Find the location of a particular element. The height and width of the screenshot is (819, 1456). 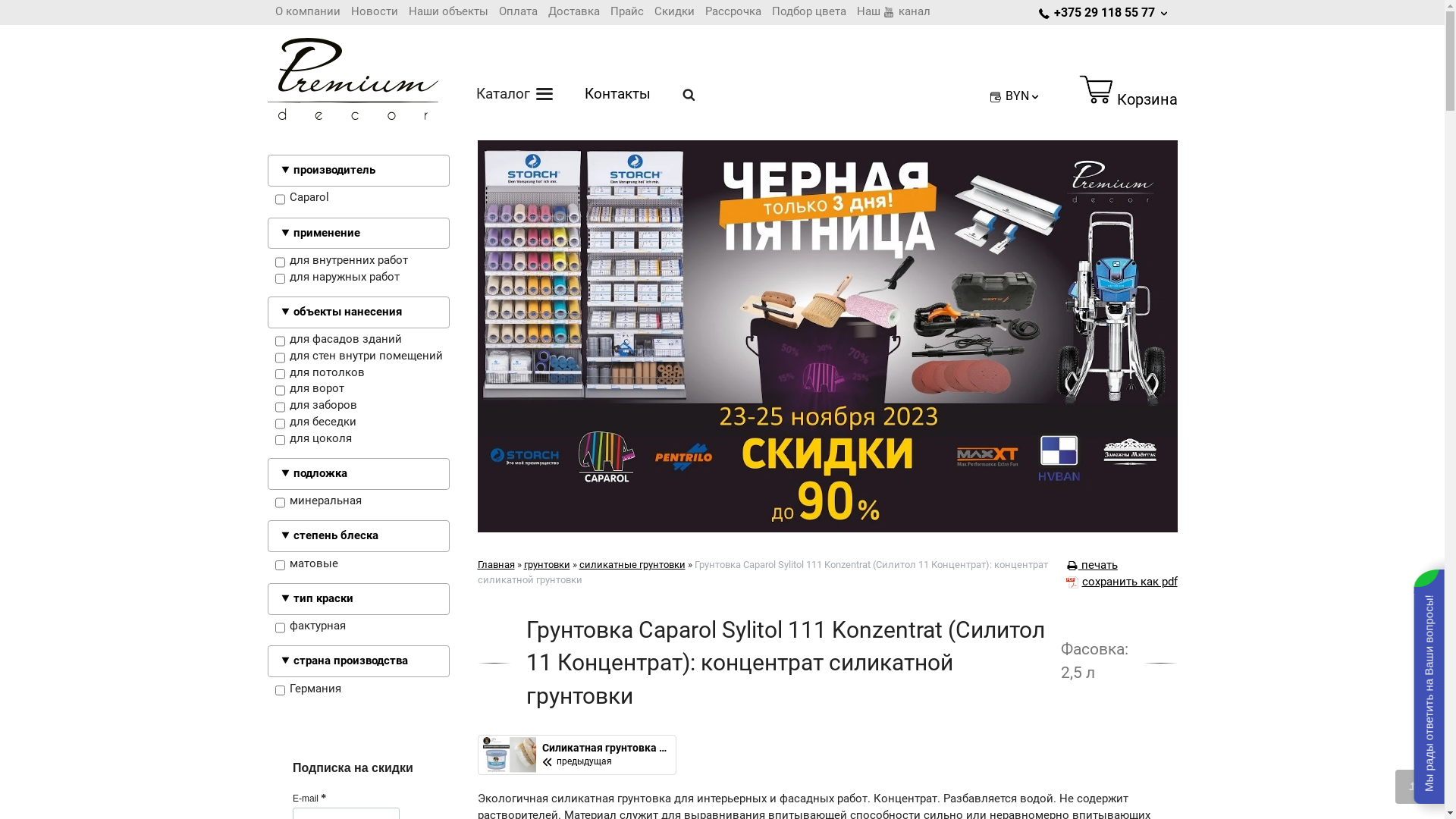

'+375 29 118 55 77' is located at coordinates (1104, 12).